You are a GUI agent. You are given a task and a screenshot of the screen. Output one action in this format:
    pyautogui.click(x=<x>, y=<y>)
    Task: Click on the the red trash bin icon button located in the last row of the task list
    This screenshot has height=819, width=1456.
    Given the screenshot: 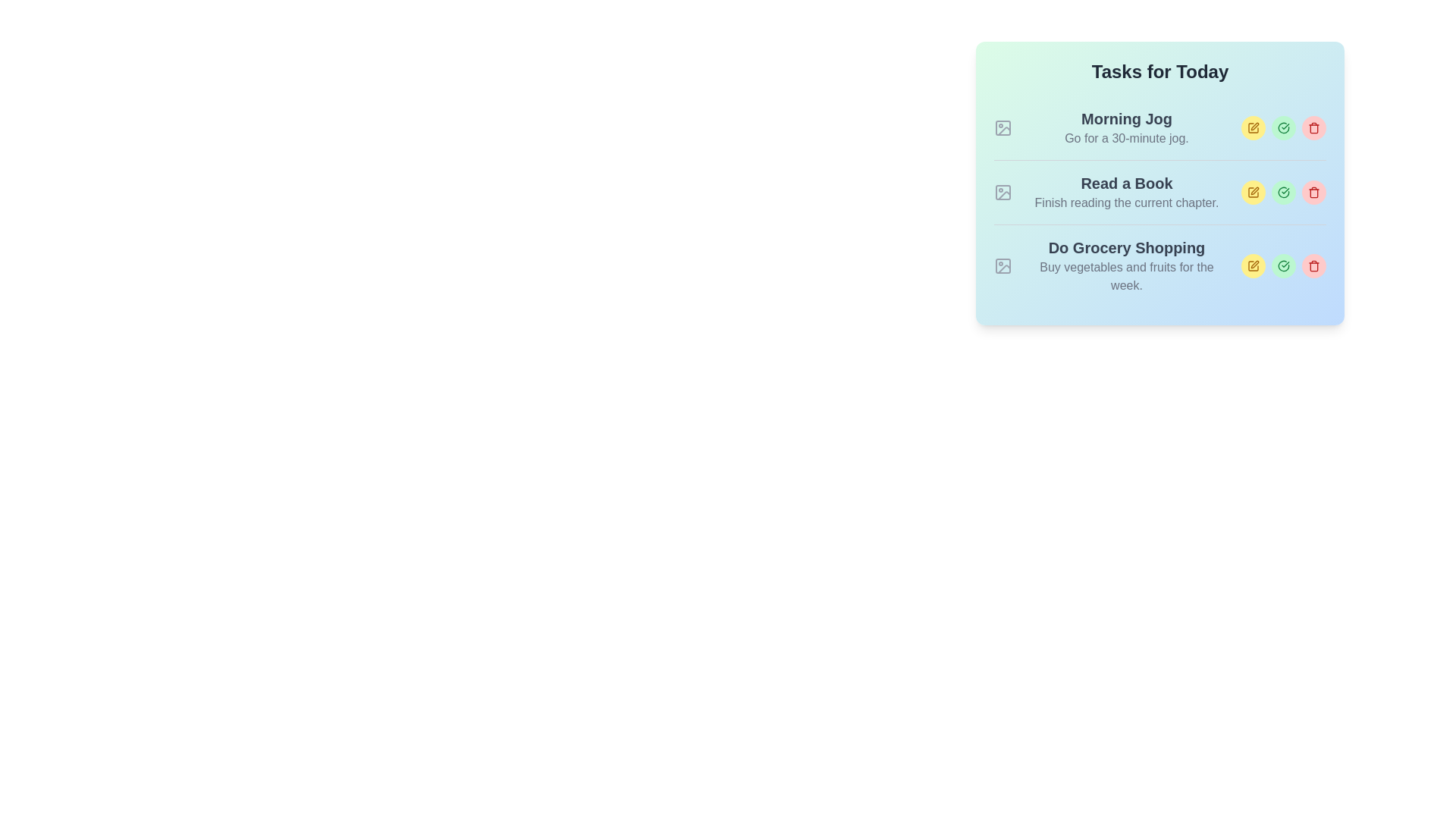 What is the action you would take?
    pyautogui.click(x=1313, y=265)
    